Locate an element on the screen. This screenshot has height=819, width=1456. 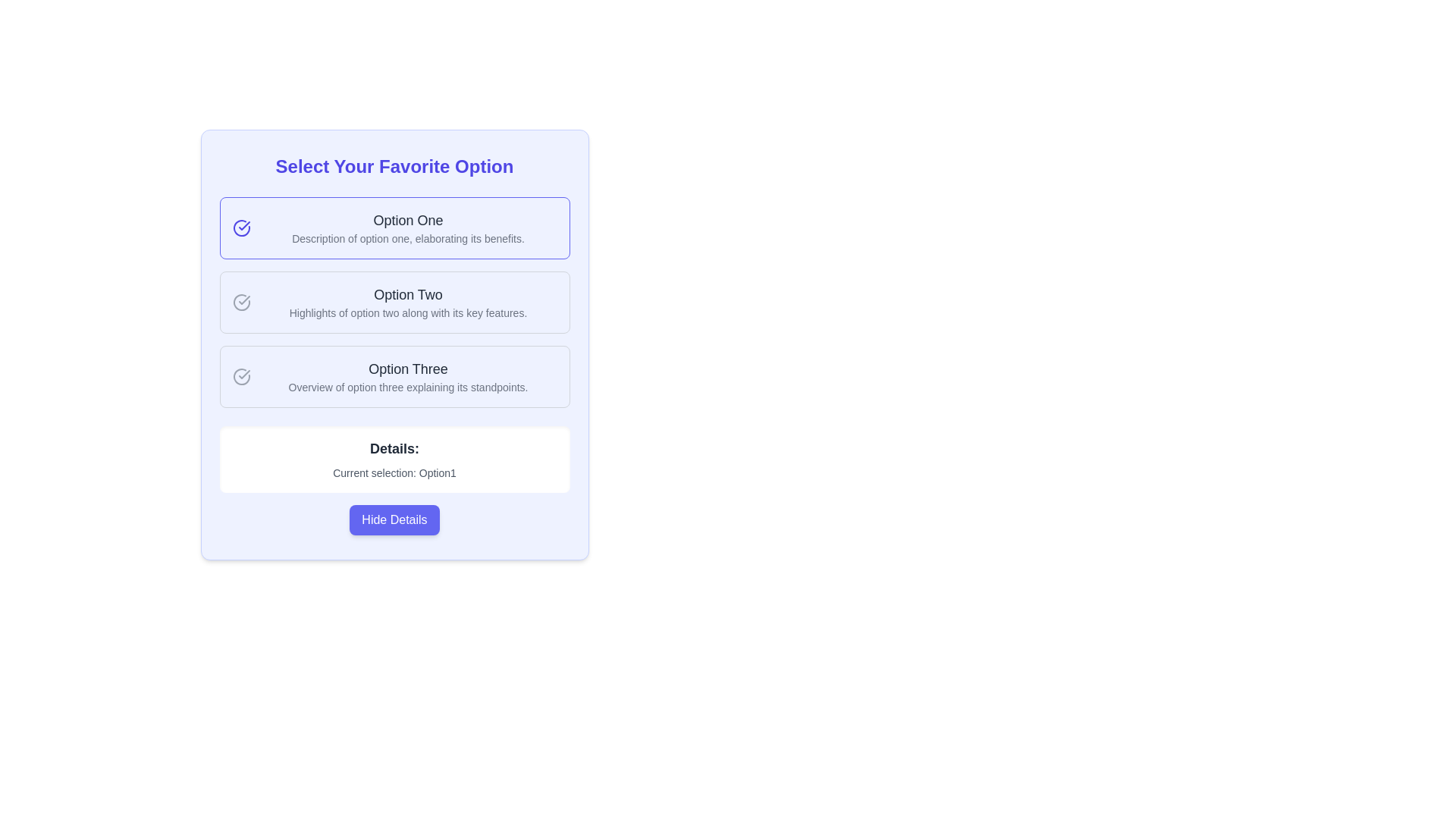
the radio button option for 'Option One' is located at coordinates (394, 227).